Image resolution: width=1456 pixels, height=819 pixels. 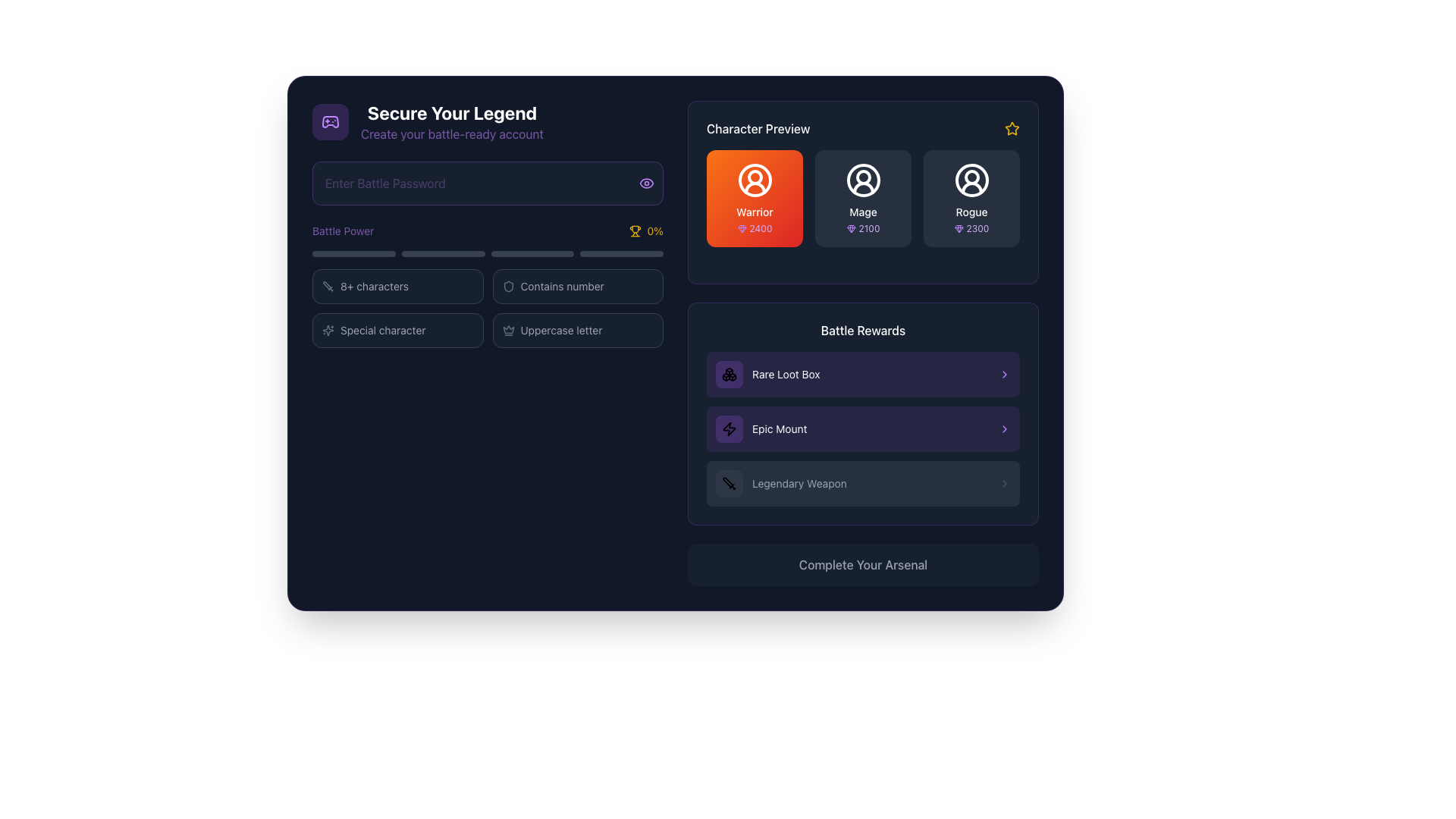 I want to click on text label that contains the phrase 'Create your battle-ready account', which is styled in purple and located below the primary heading 'Secure Your Legend', so click(x=451, y=133).